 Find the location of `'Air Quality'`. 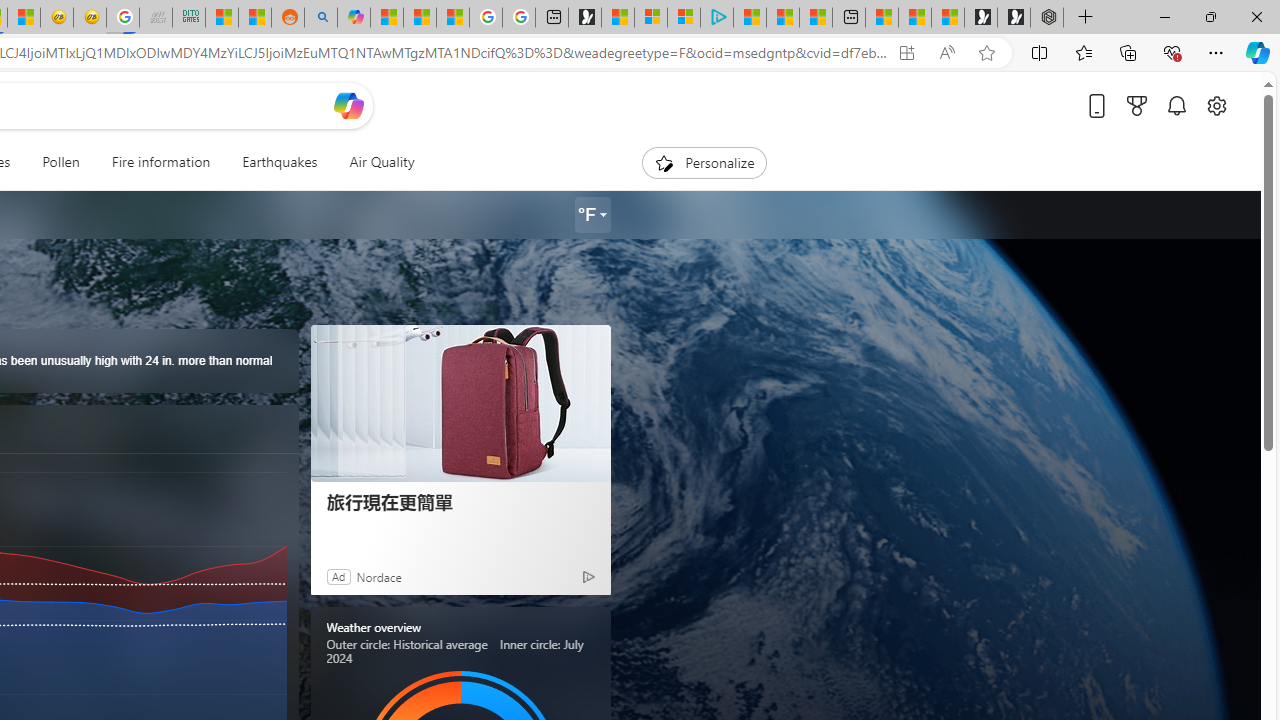

'Air Quality' is located at coordinates (382, 162).